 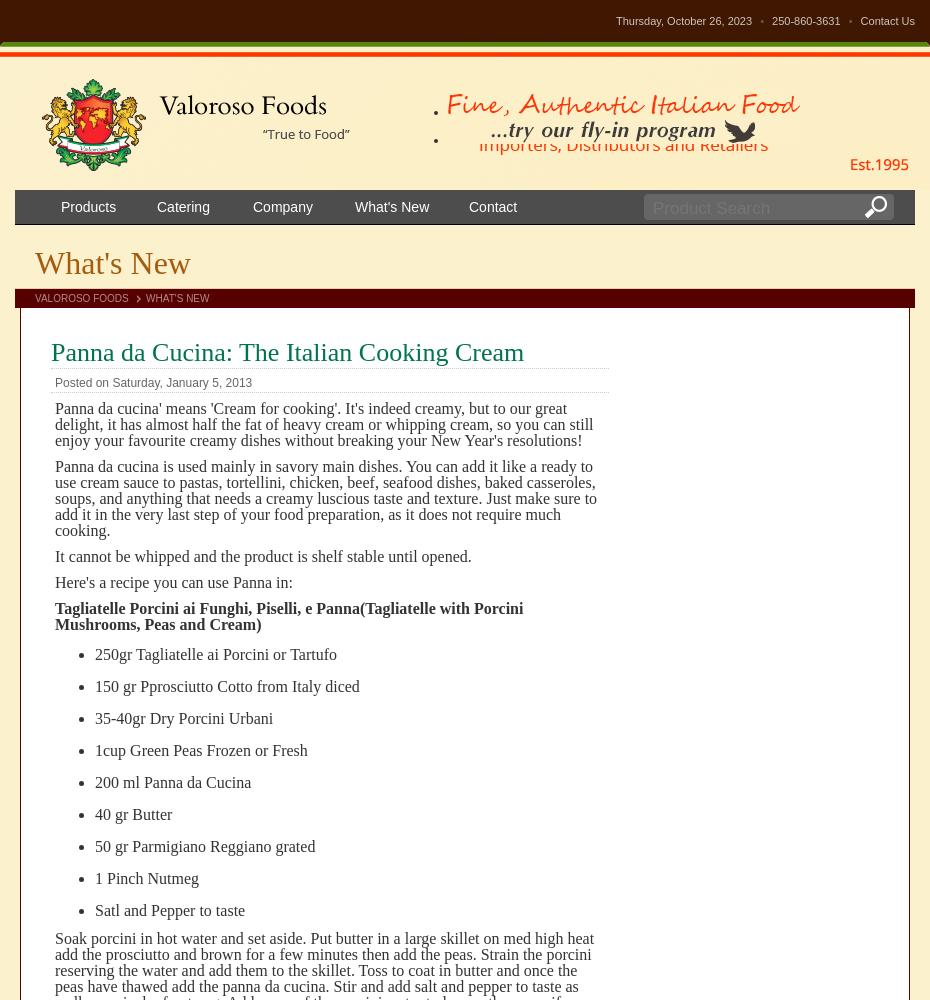 What do you see at coordinates (153, 383) in the screenshot?
I see `'Posted on Saturday, January 5, 2013'` at bounding box center [153, 383].